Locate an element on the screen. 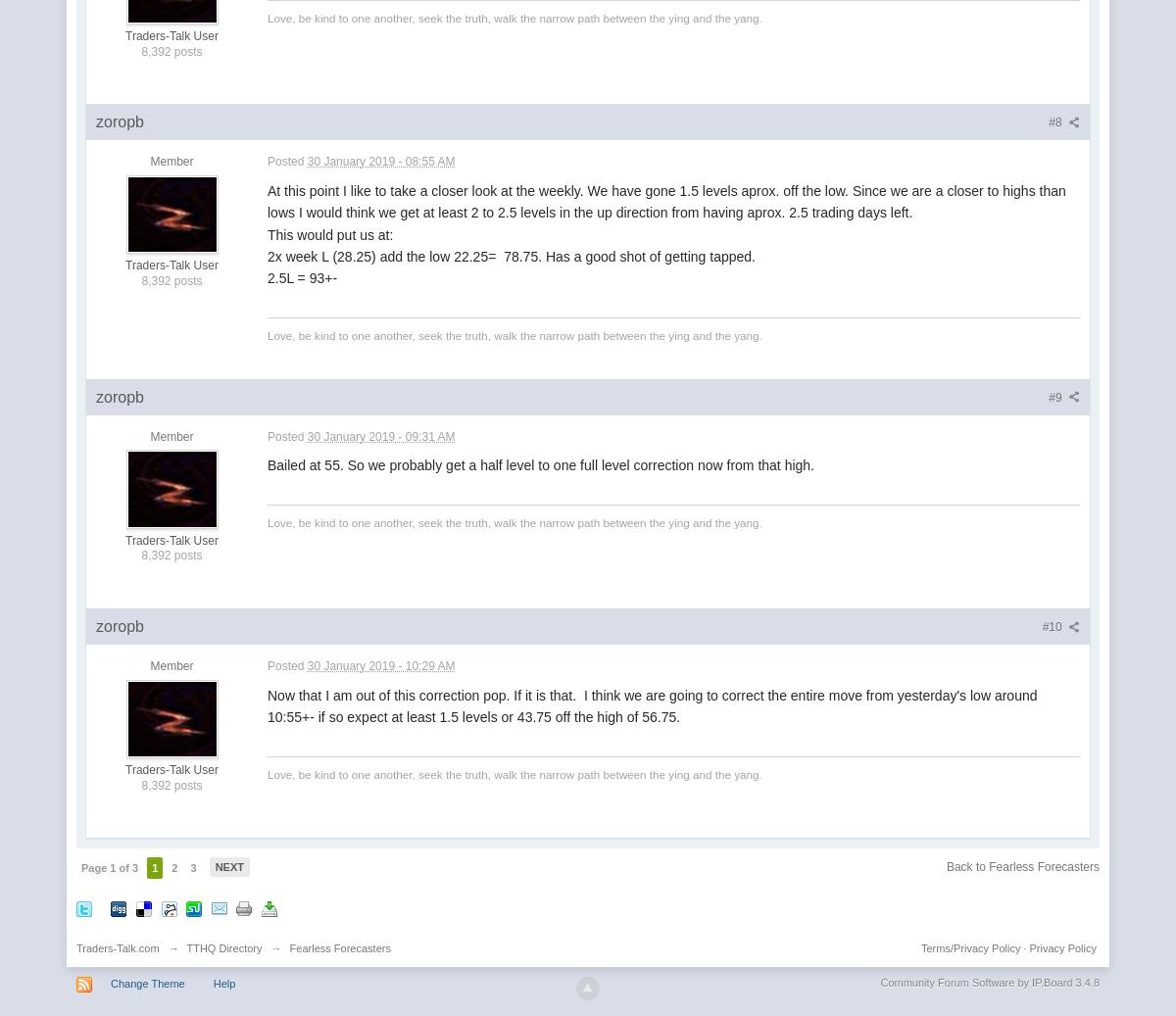 The width and height of the screenshot is (1176, 1016). 'Page 1 of 3' is located at coordinates (109, 868).